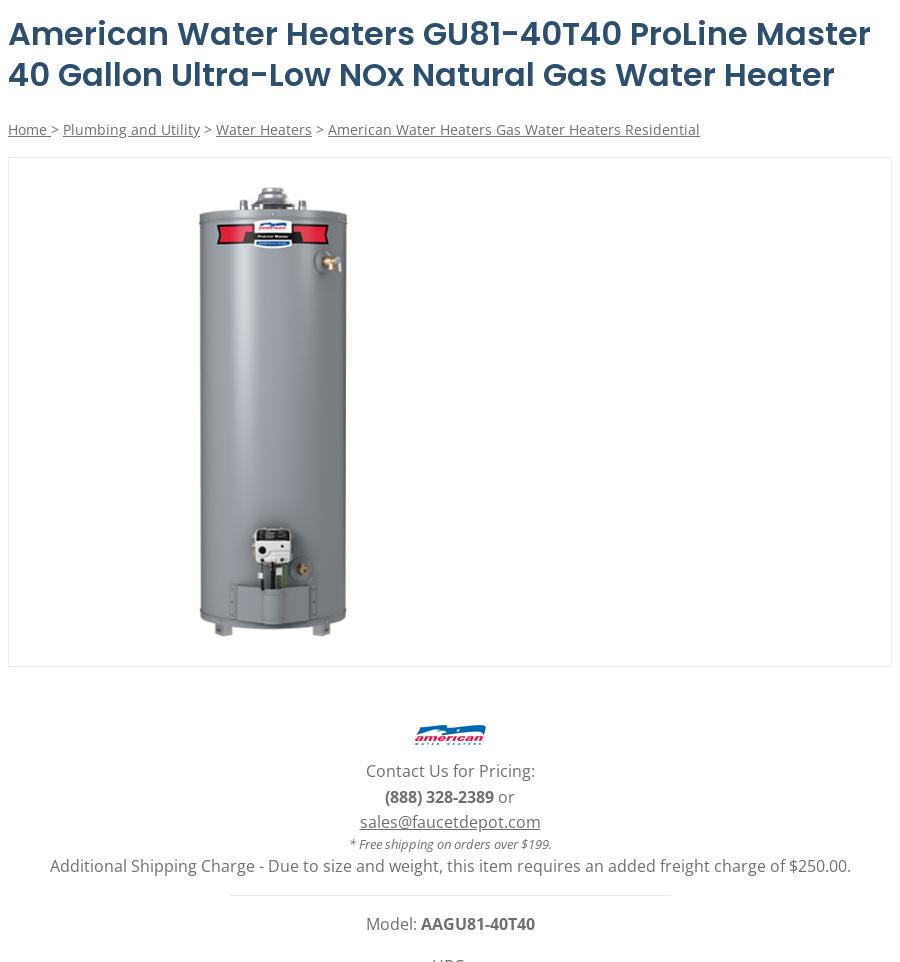  I want to click on '- Due to size and weight, this item requires an added freight charge of $250.00.', so click(553, 865).